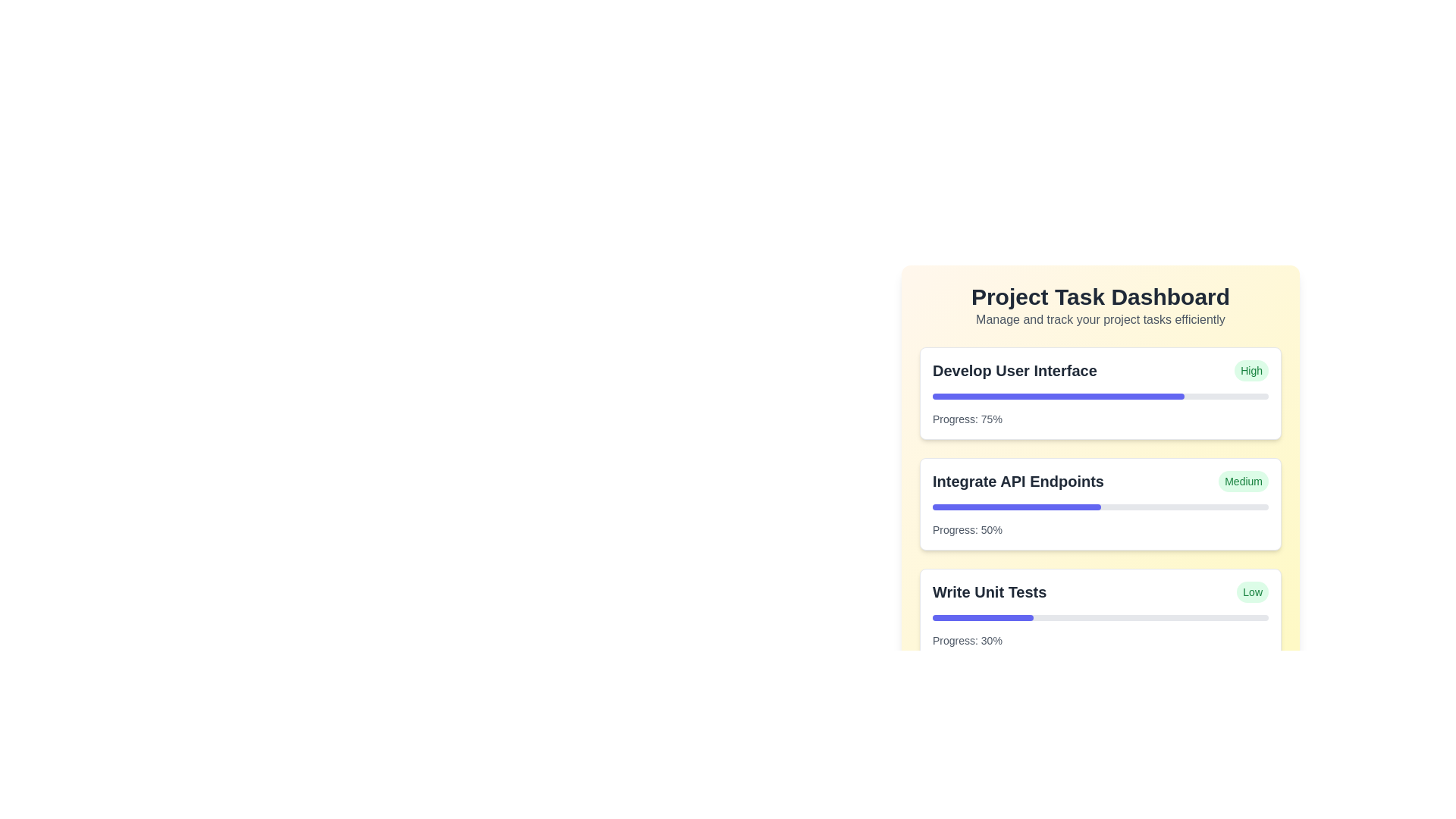 The width and height of the screenshot is (1456, 819). Describe the element at coordinates (1253, 591) in the screenshot. I see `status label or badge indicating 'Low', which is a small rectangular badge with rounded corners, light green background, and green text, located to the far right of the row containing 'Write Unit Tests'` at that location.